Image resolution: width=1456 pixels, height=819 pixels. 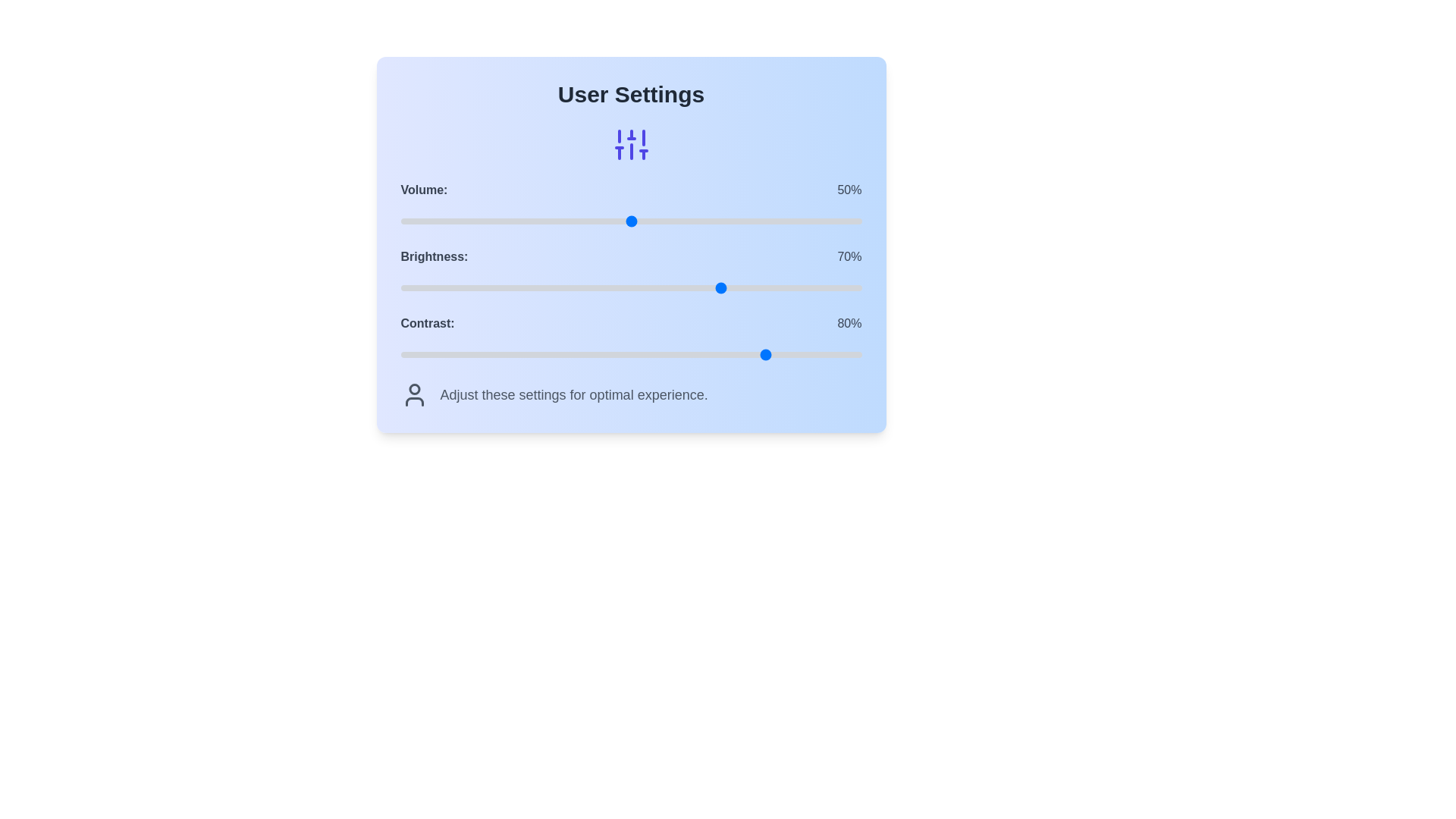 What do you see at coordinates (686, 288) in the screenshot?
I see `brightness` at bounding box center [686, 288].